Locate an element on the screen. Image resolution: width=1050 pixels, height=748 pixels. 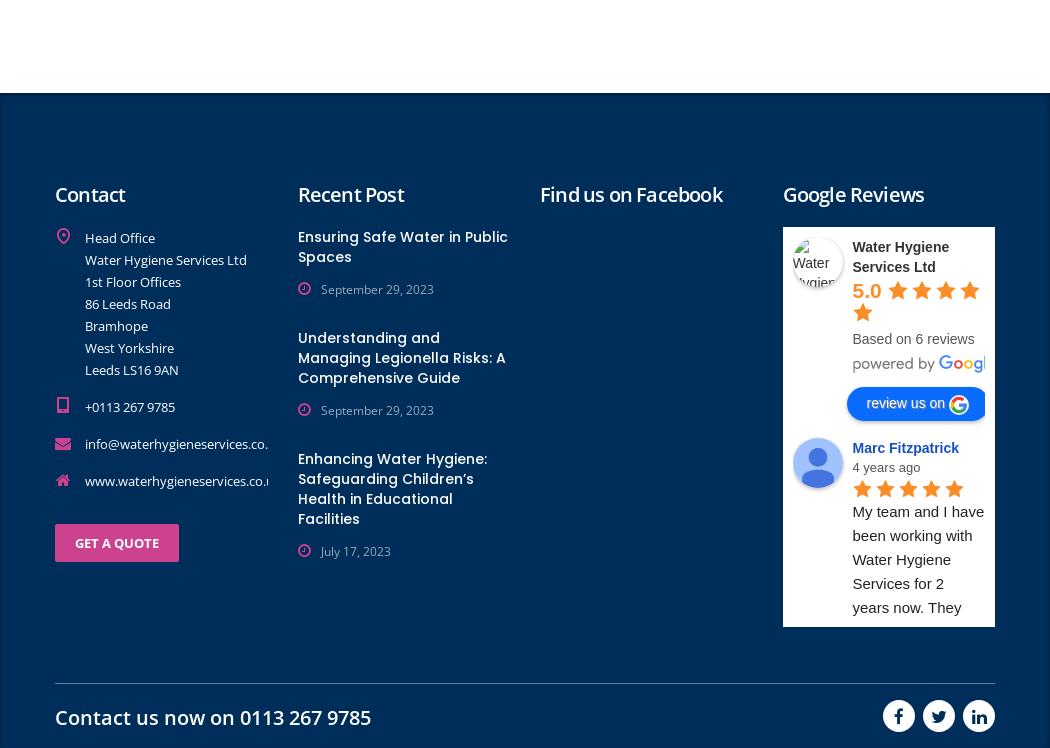
'Understanding and Managing Legionella Risks: A Comprehensive Guide' is located at coordinates (400, 356).